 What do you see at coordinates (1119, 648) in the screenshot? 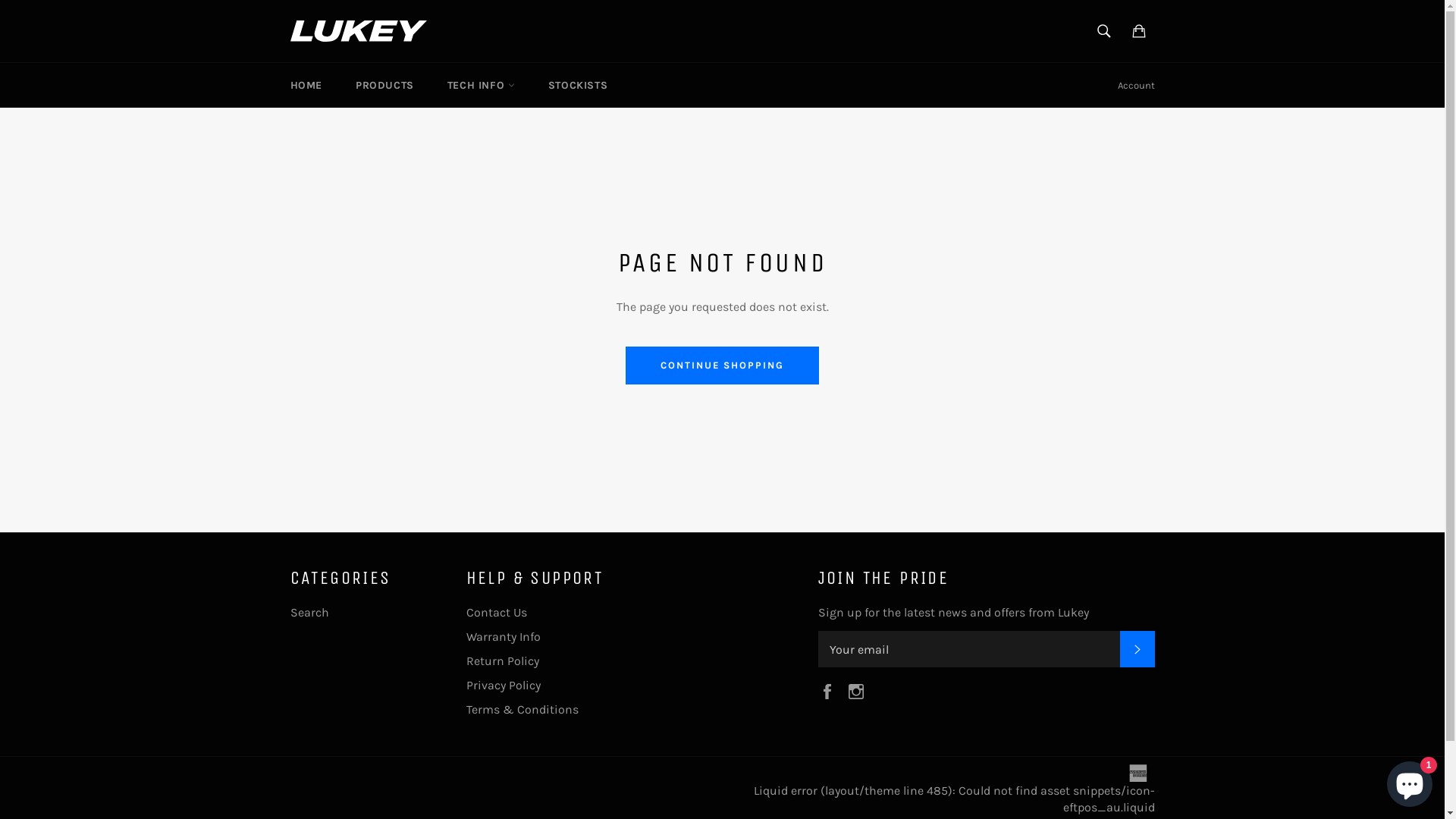
I see `'SUBSCRIBE'` at bounding box center [1119, 648].